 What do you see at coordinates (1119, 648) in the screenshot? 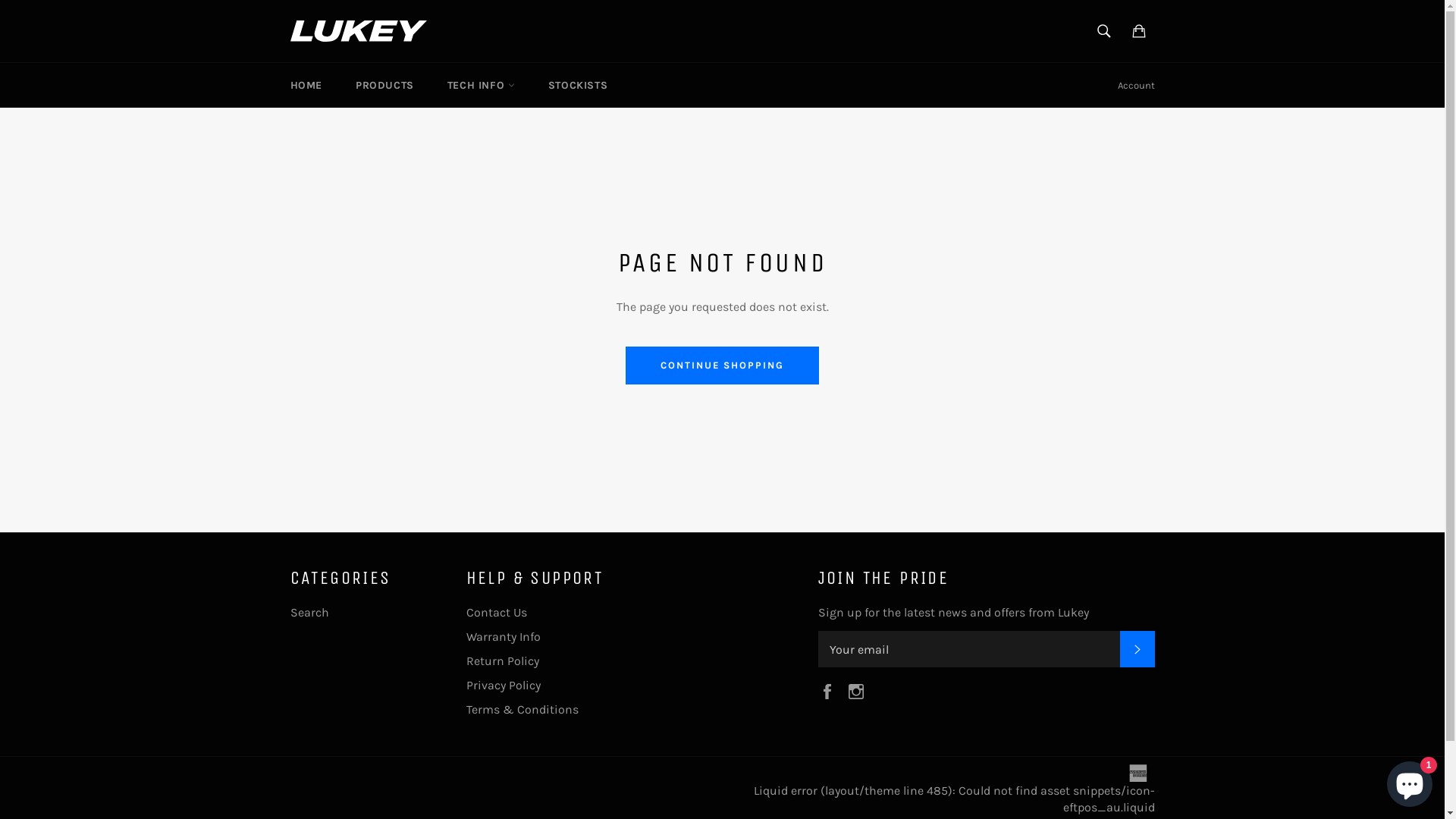
I see `'SUBSCRIBE'` at bounding box center [1119, 648].